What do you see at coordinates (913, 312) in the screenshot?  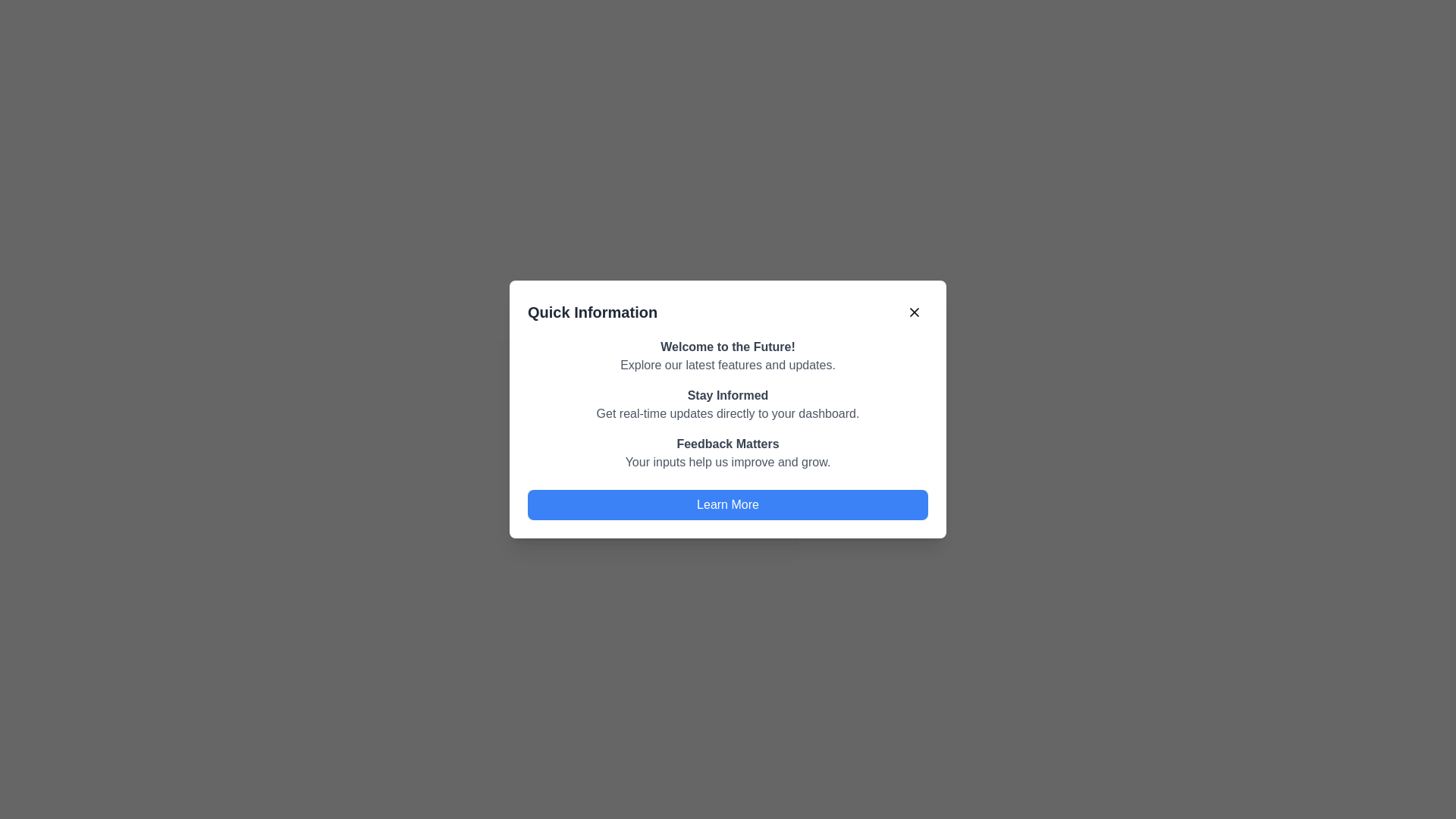 I see `the close button icon located at the top-right corner of the 'Quick Information' popup dialog for accessibility` at bounding box center [913, 312].